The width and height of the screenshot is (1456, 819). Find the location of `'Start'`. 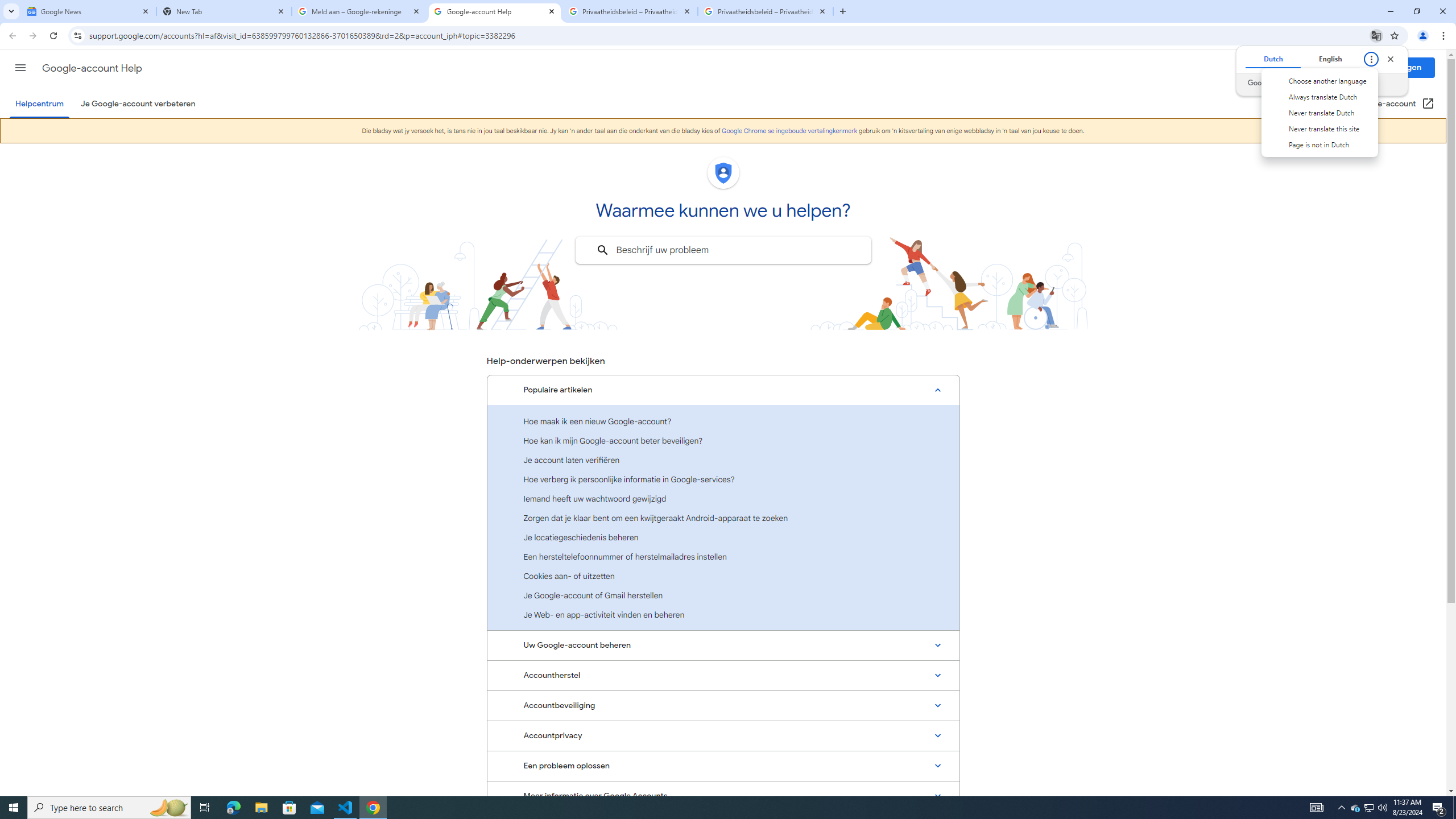

'Start' is located at coordinates (14, 806).